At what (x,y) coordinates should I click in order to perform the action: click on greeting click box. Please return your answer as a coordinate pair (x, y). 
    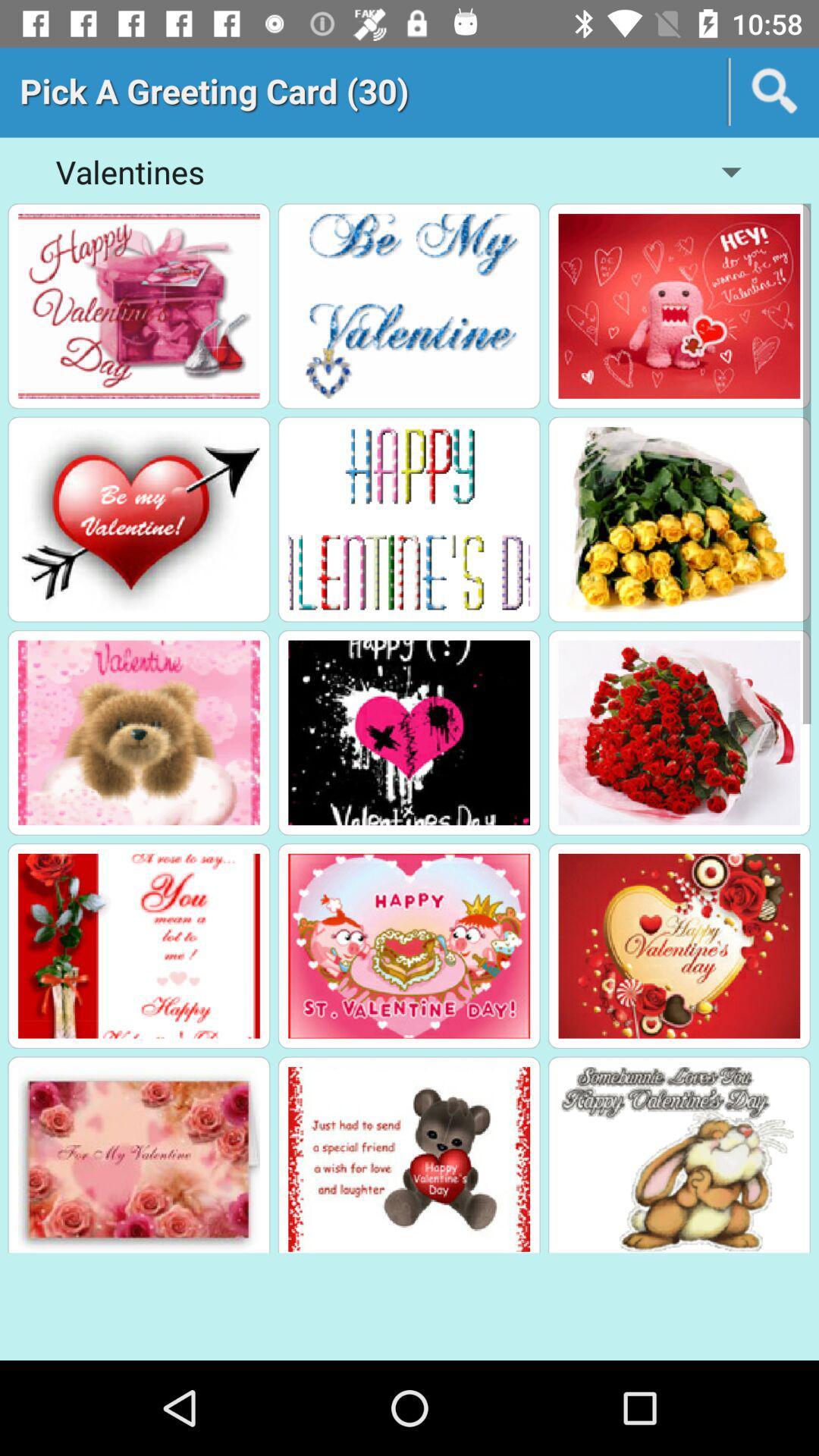
    Looking at the image, I should click on (408, 519).